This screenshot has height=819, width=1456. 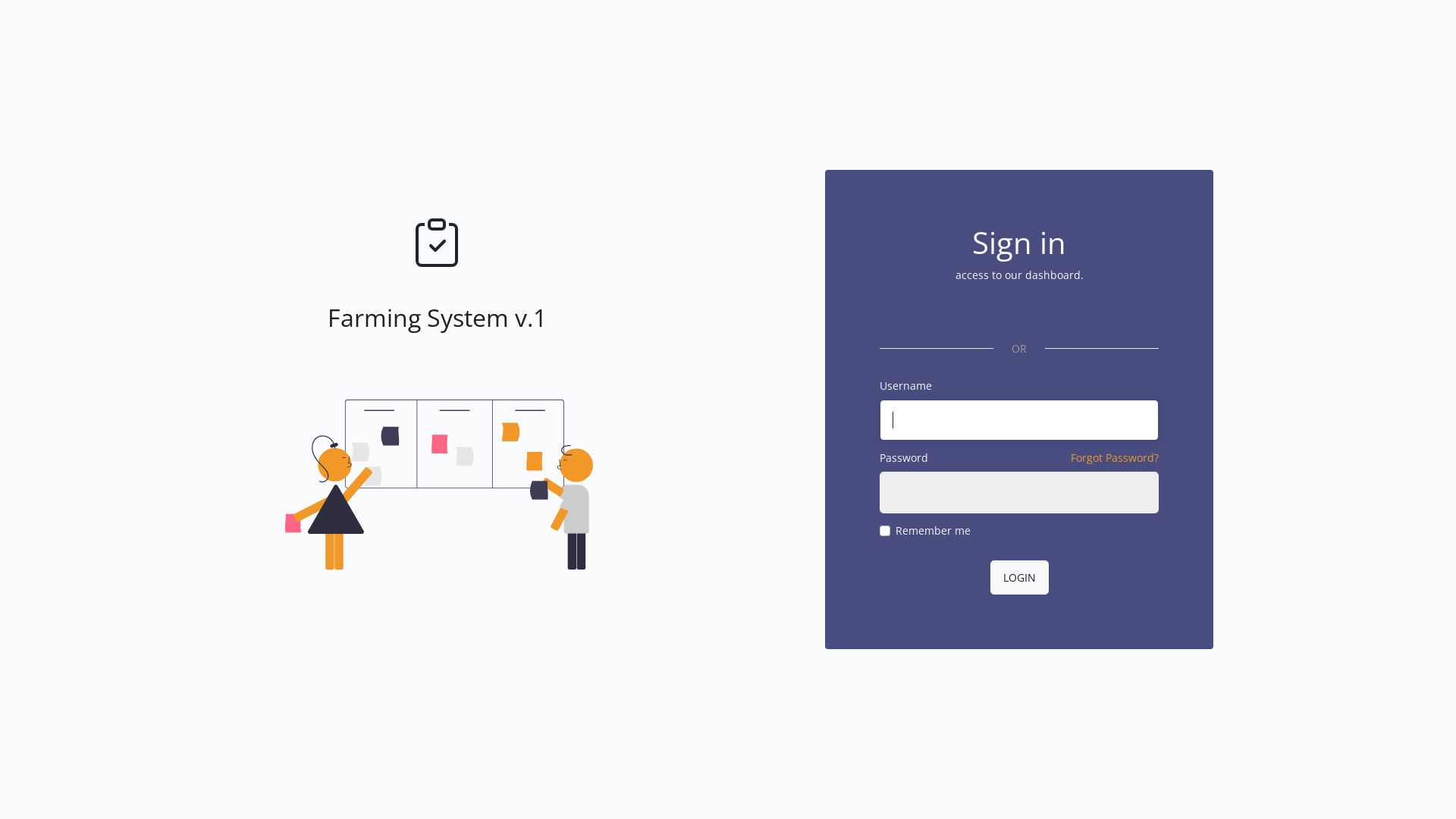 What do you see at coordinates (1019, 577) in the screenshot?
I see `'LOGIN'` at bounding box center [1019, 577].